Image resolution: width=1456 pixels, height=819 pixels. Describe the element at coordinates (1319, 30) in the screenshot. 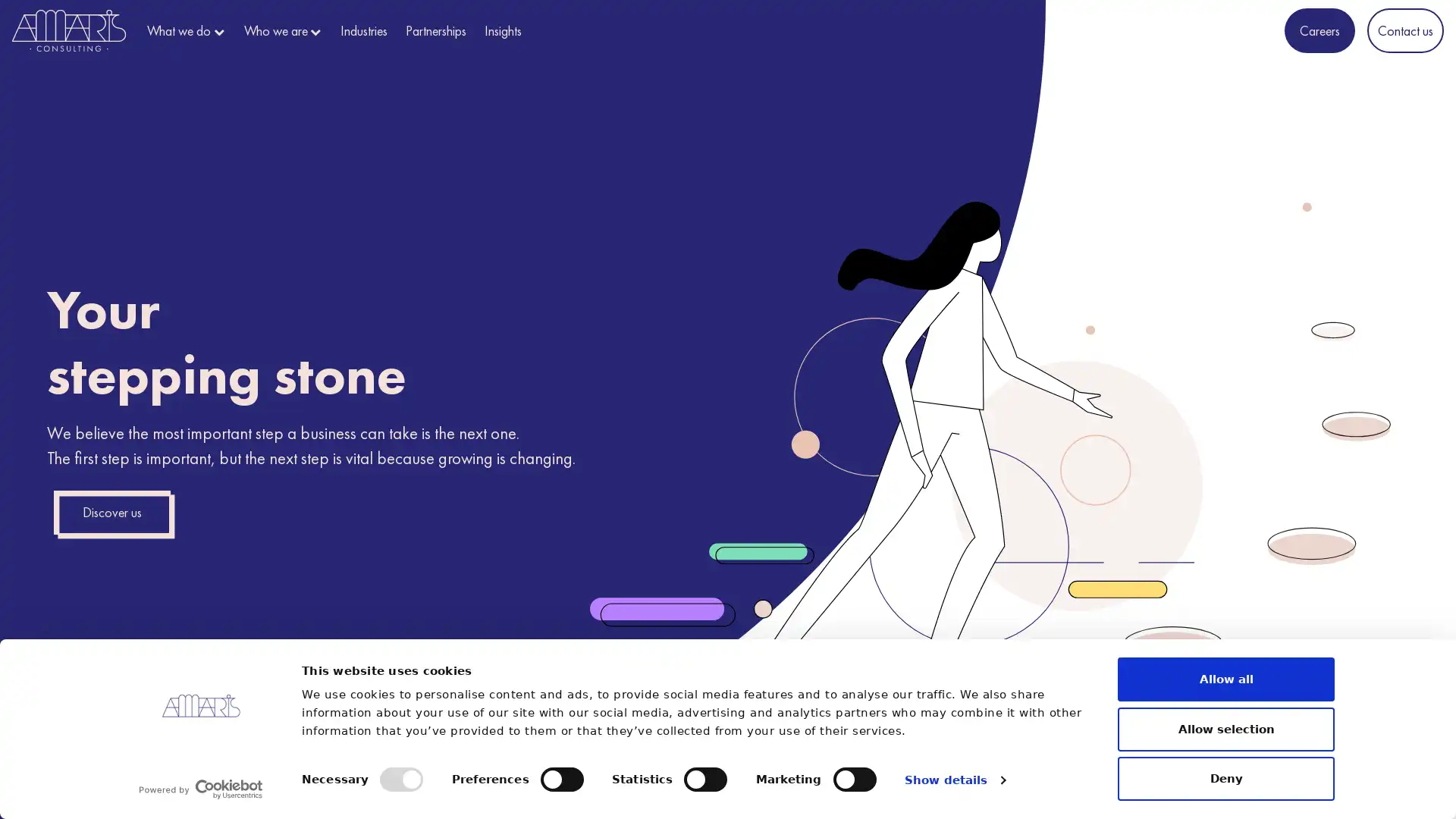

I see `Careers` at that location.